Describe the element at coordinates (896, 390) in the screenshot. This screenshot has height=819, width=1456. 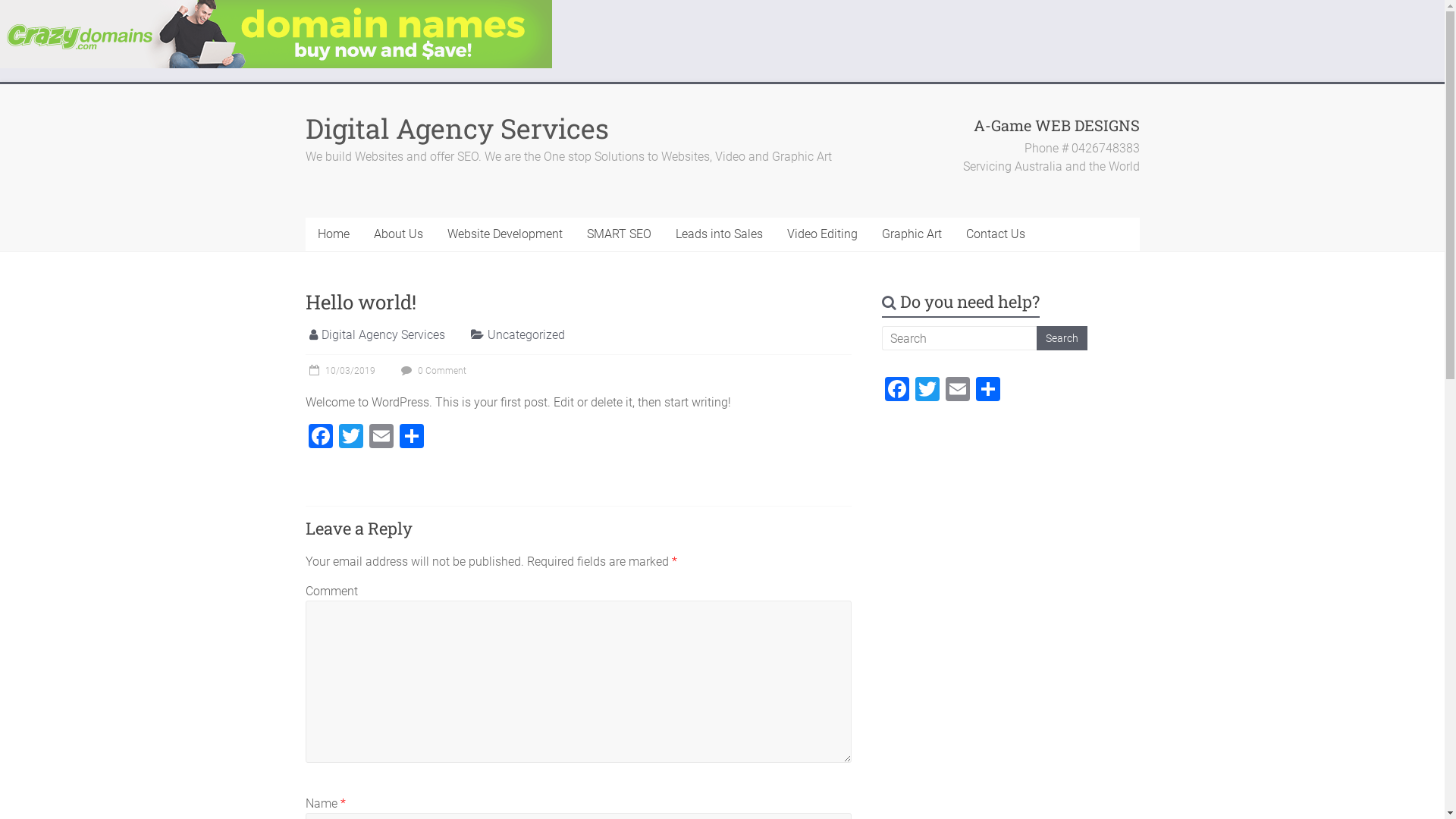
I see `'Facebook'` at that location.